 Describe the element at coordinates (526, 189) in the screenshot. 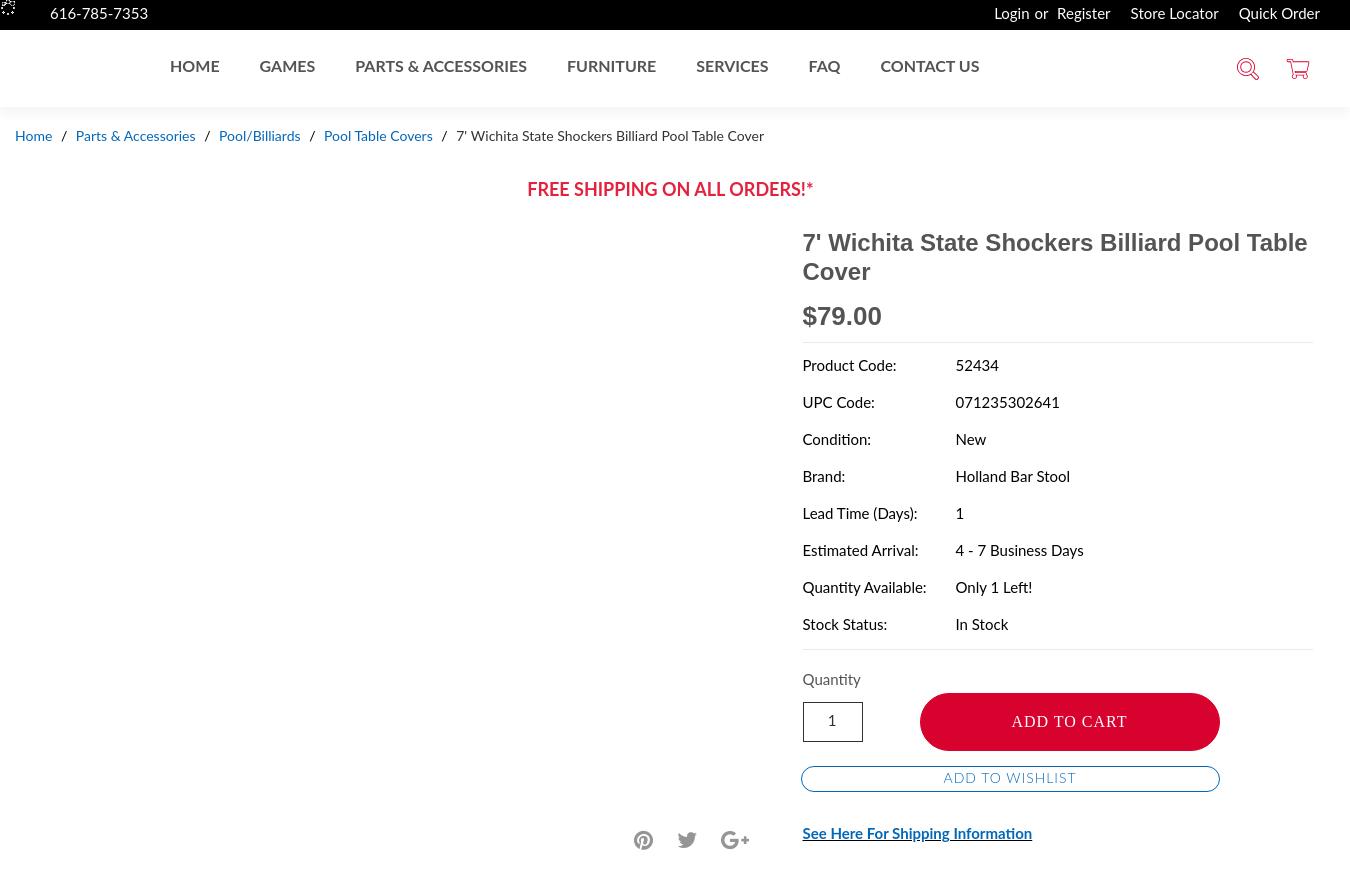

I see `'FREE SHIPPING ON ALL ORDERS!*'` at that location.